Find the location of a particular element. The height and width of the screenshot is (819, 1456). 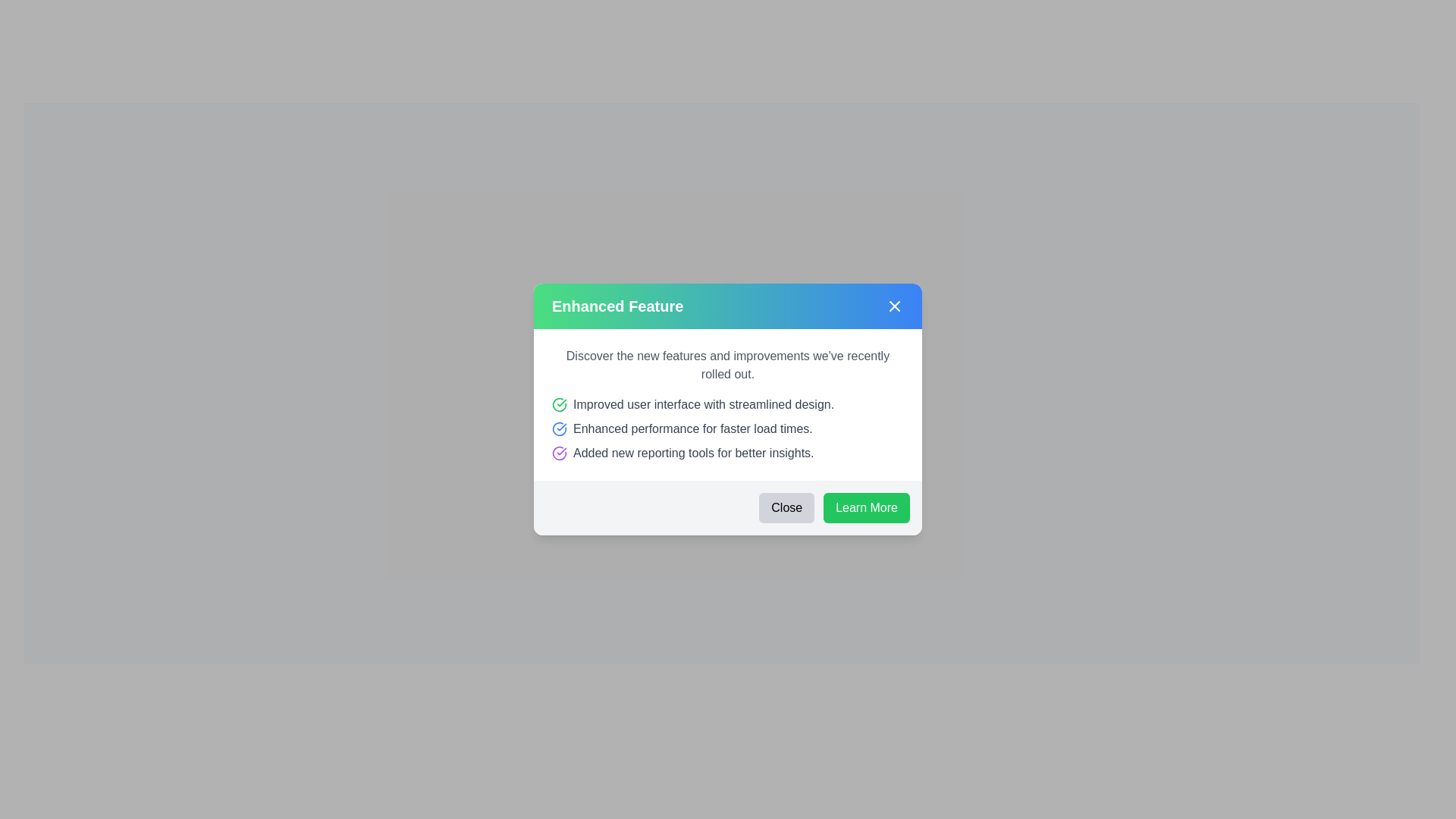

text label that conveys the phrase 'Enhanced performance for faster load times.' styled in gray color, which is the second element in a horizontally-aligned group within a modal dialog is located at coordinates (692, 429).